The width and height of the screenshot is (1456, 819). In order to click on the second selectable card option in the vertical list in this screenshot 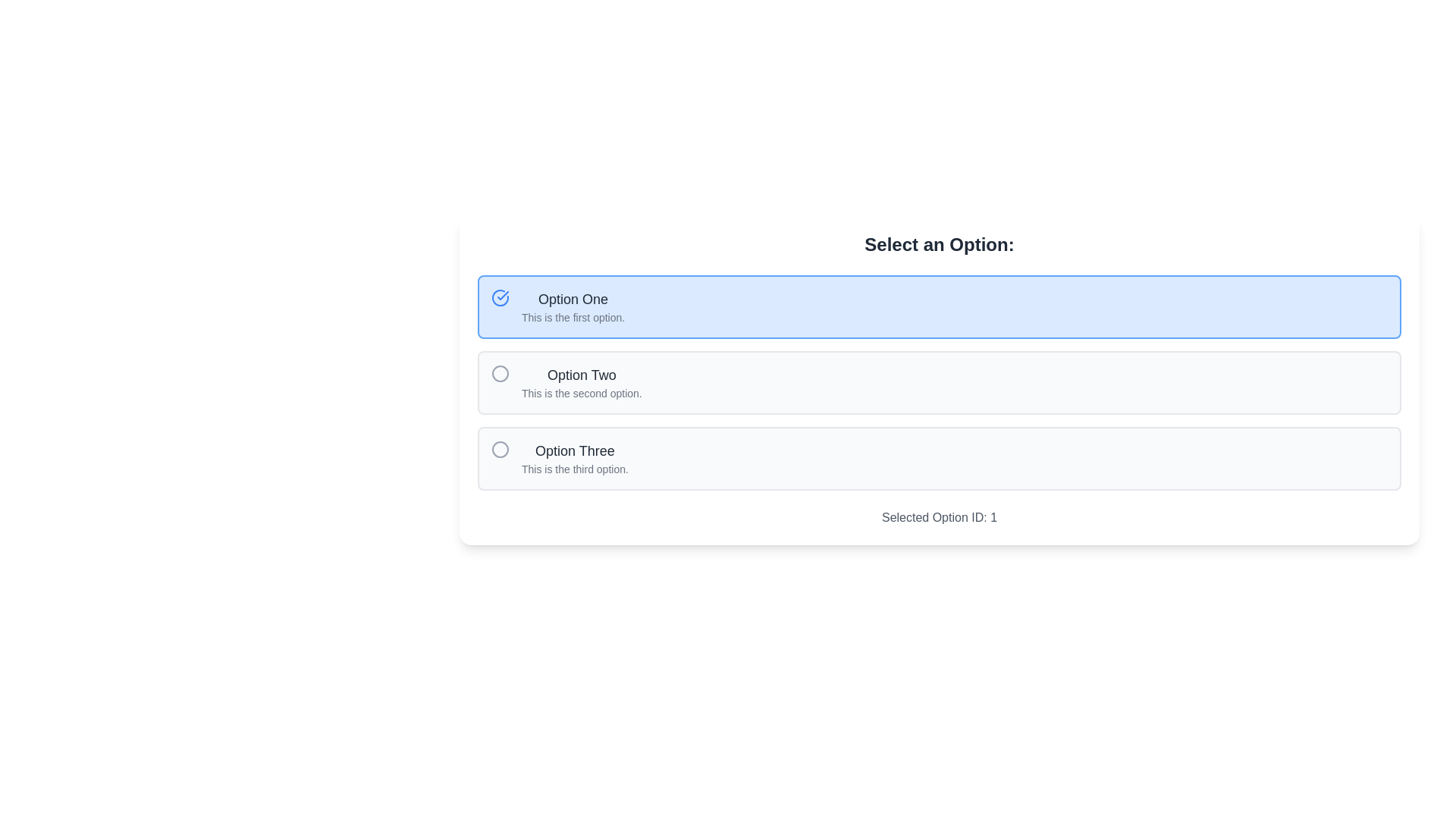, I will do `click(938, 382)`.